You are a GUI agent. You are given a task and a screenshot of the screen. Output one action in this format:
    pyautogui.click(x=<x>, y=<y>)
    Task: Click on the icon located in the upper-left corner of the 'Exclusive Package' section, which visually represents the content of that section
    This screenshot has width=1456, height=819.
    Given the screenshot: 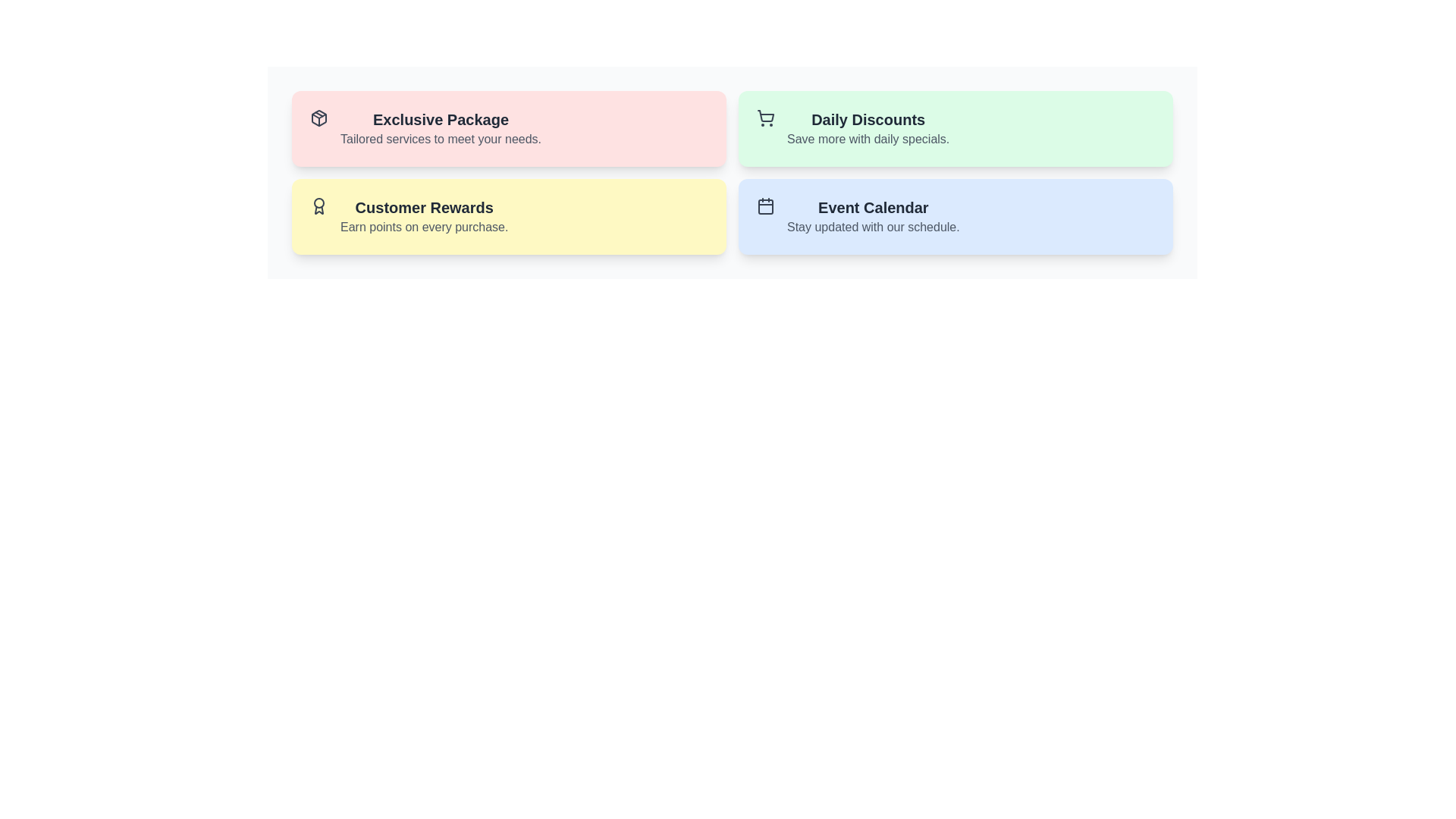 What is the action you would take?
    pyautogui.click(x=318, y=117)
    